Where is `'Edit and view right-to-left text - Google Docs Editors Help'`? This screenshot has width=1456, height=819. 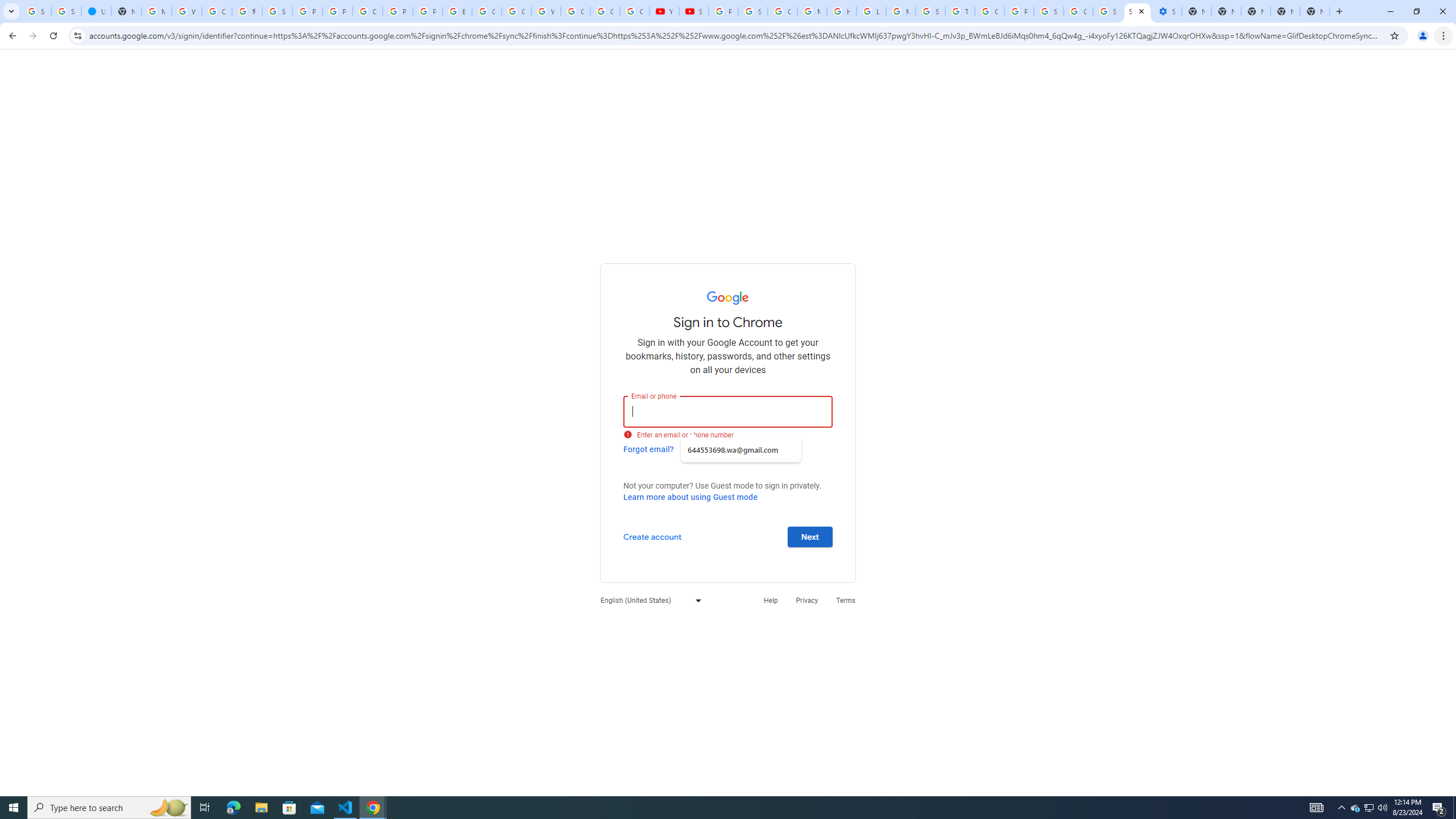 'Edit and view right-to-left text - Google Docs Editors Help' is located at coordinates (457, 11).